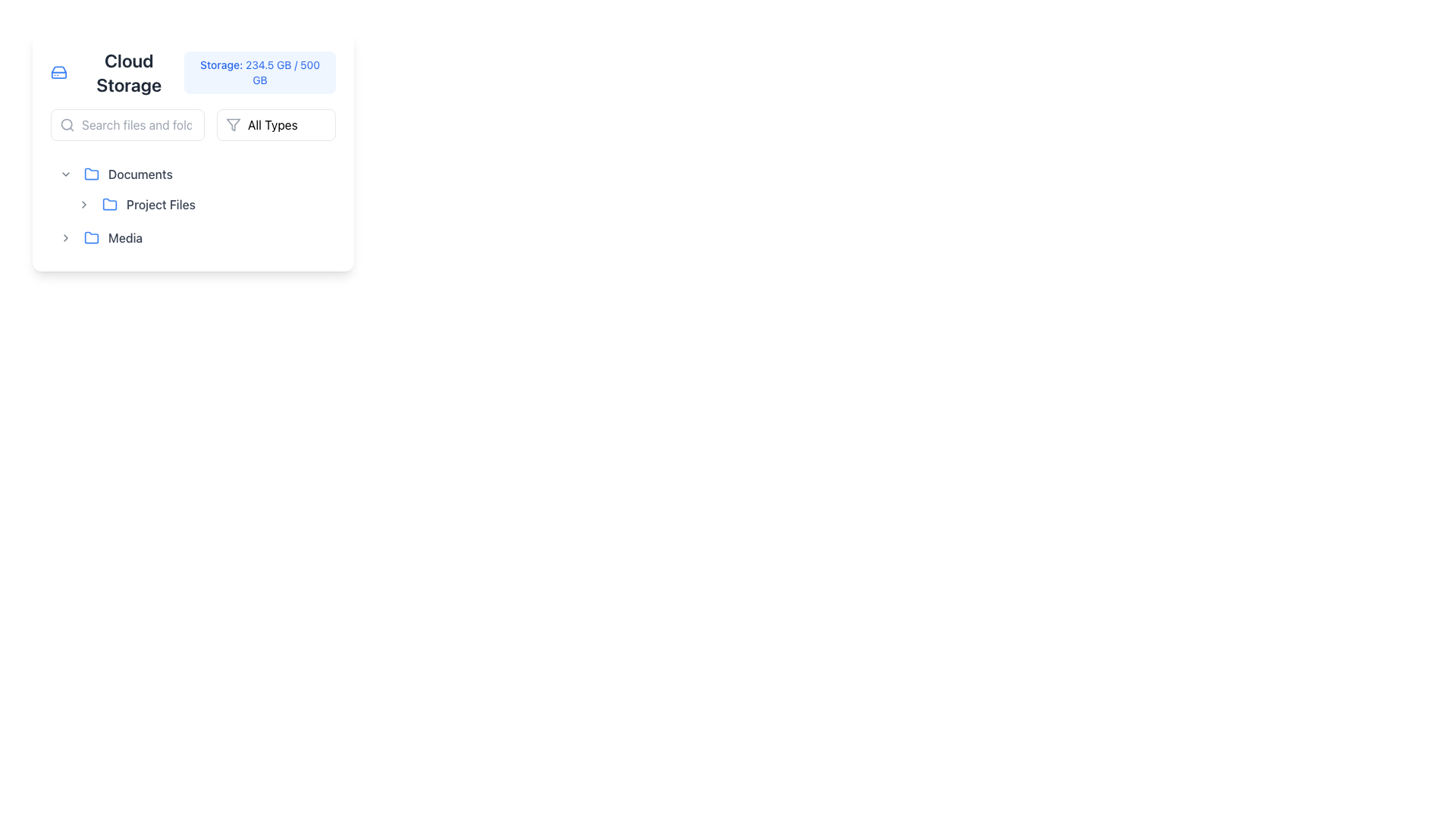 Image resolution: width=1456 pixels, height=819 pixels. What do you see at coordinates (134, 174) in the screenshot?
I see `the 'Documents' label located in the left-hand sidebar under the 'Cloud Storage' section` at bounding box center [134, 174].